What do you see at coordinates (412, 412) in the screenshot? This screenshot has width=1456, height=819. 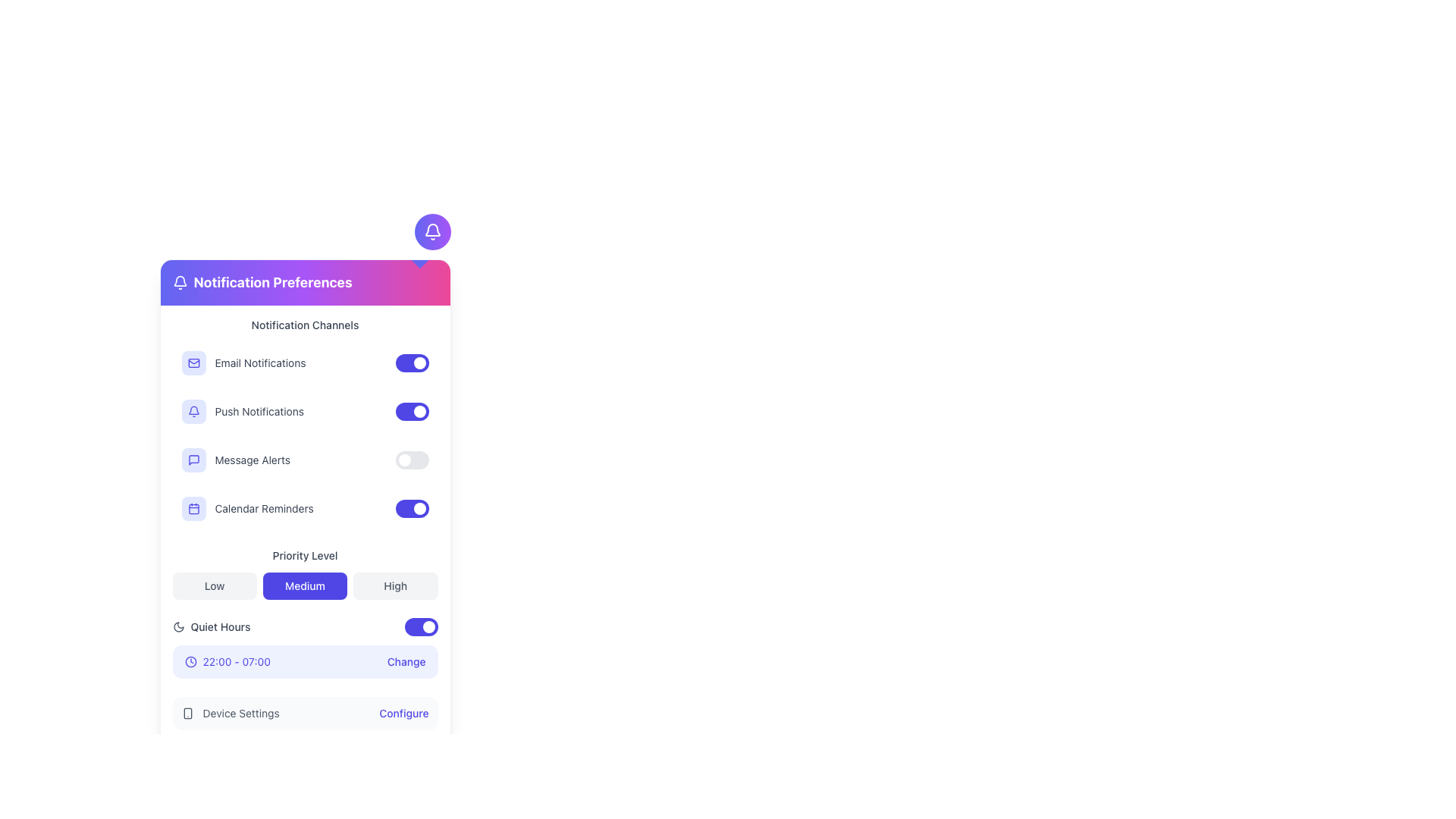 I see `the circular white knob of the toggle switch, which is positioned towards the right side of the 'Push Notifications' row` at bounding box center [412, 412].